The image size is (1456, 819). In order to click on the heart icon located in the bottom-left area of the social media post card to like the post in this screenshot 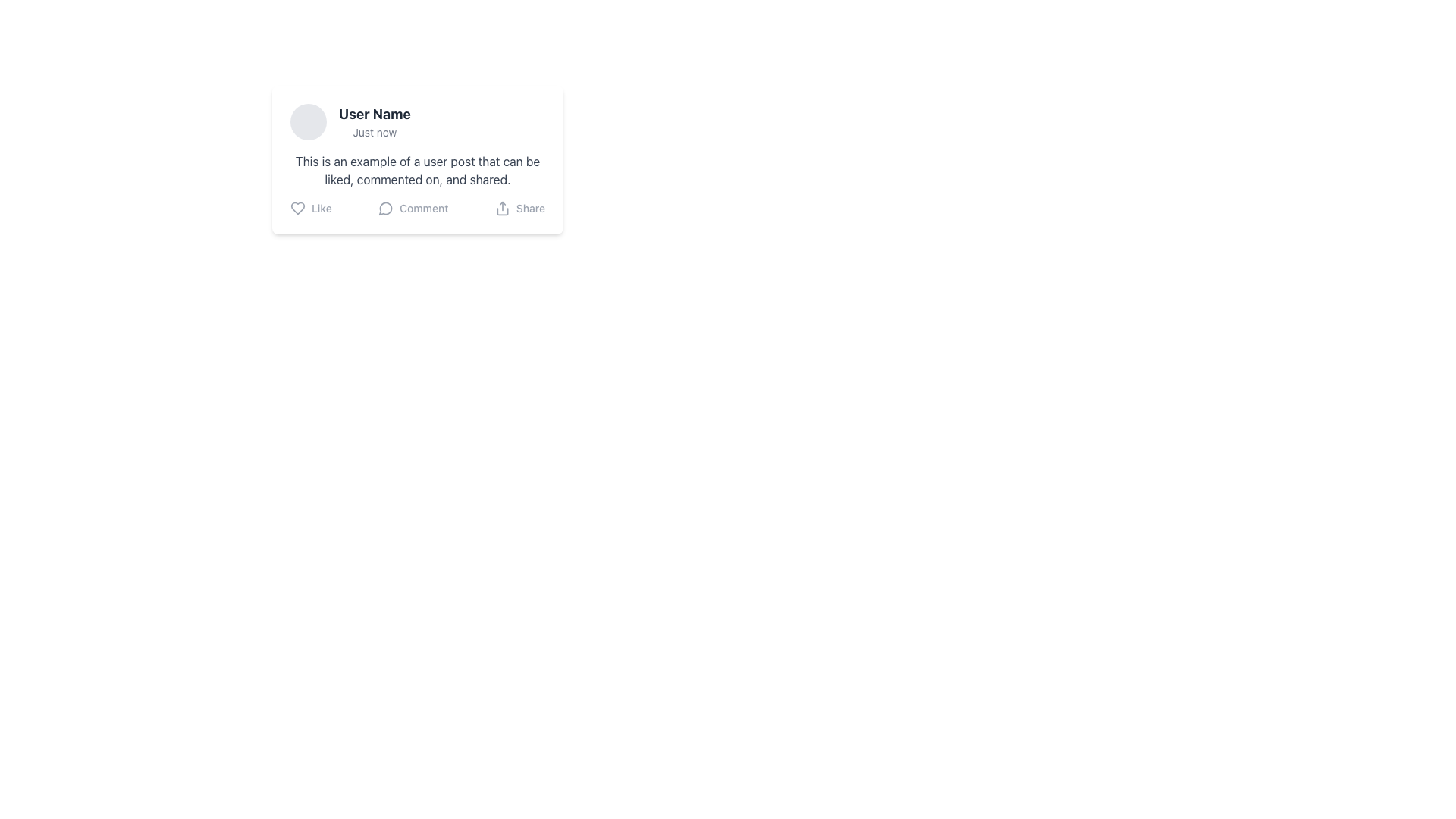, I will do `click(298, 208)`.